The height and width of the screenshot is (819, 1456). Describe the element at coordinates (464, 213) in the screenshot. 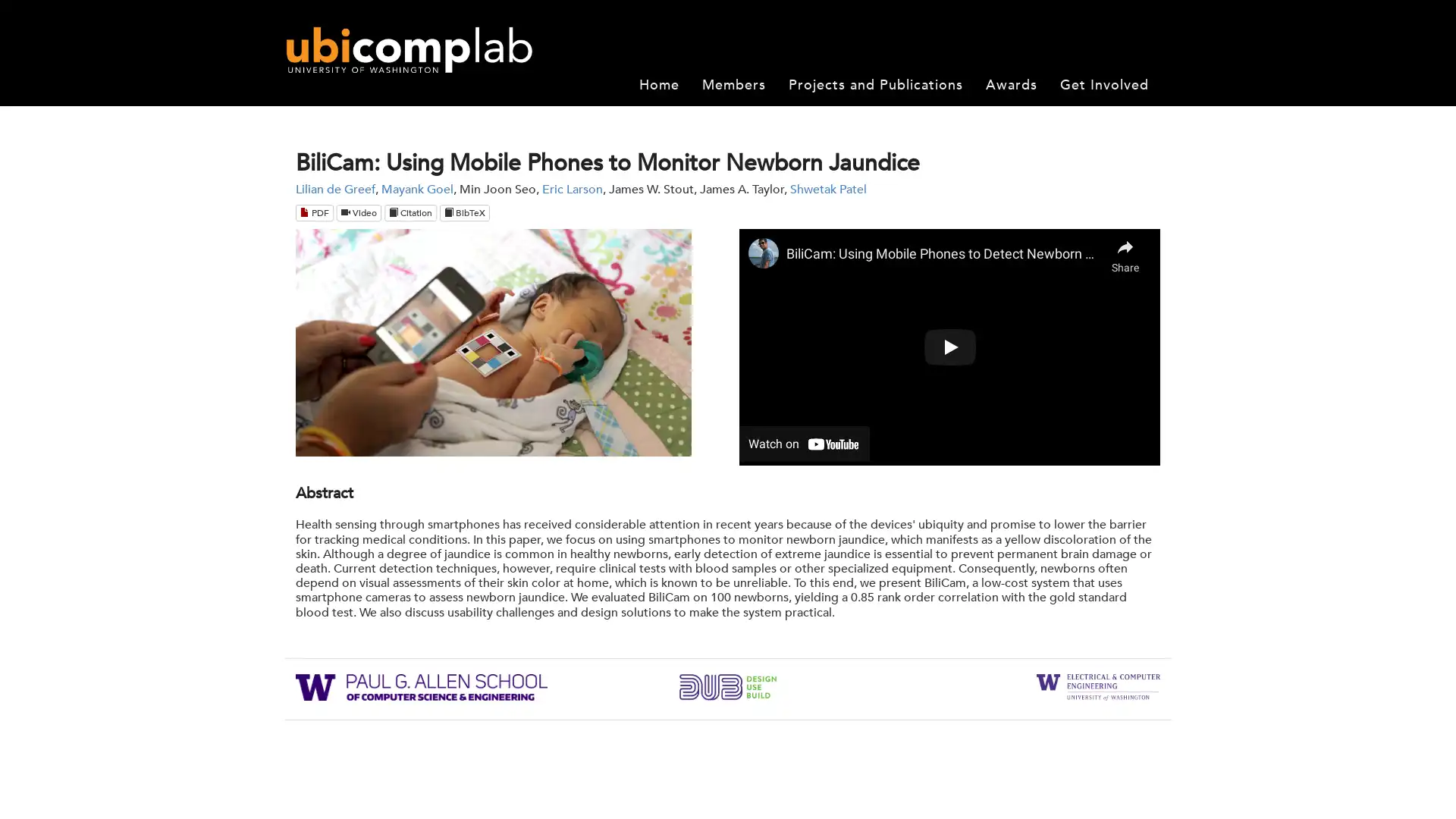

I see `BibTeX` at that location.